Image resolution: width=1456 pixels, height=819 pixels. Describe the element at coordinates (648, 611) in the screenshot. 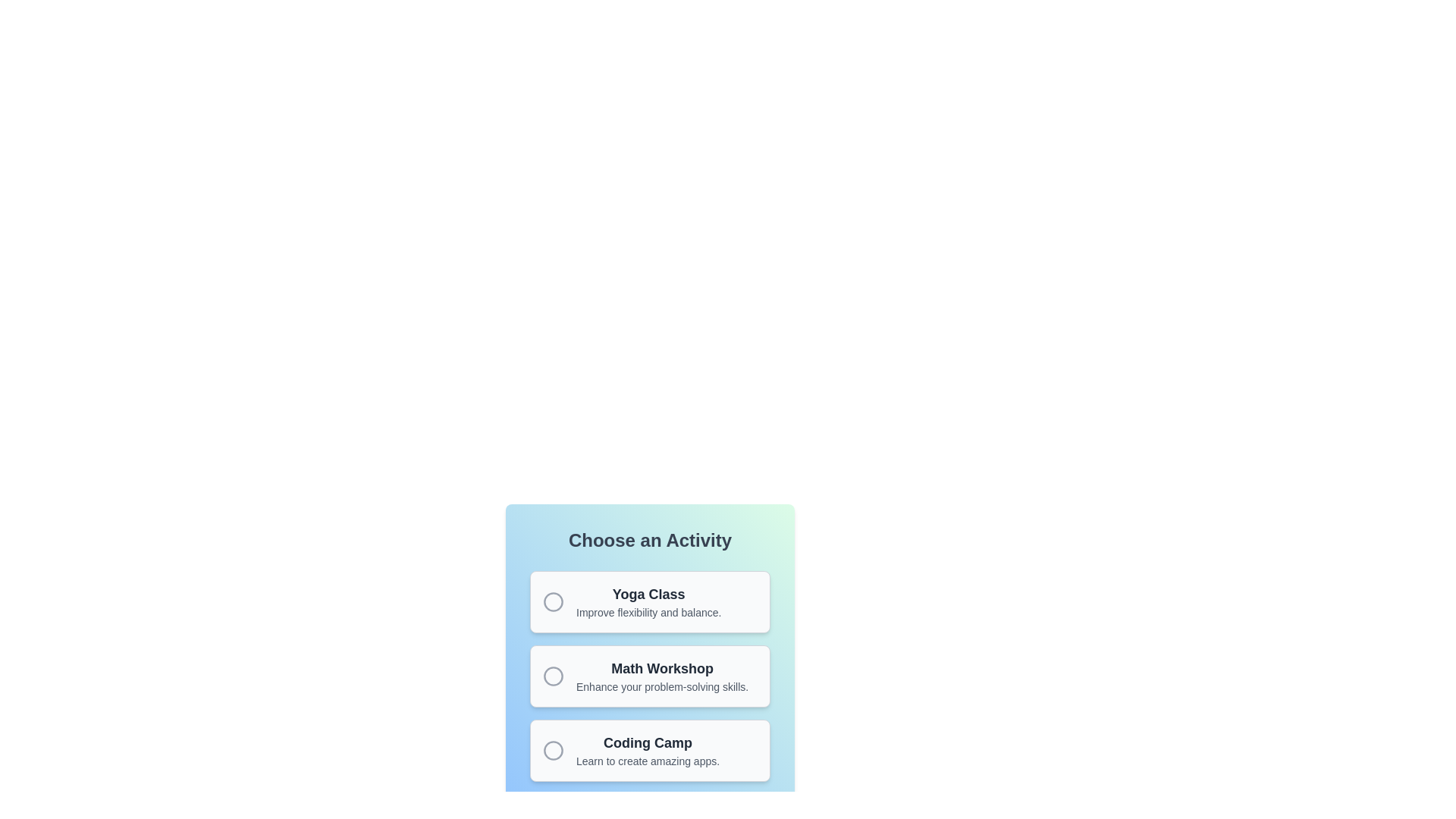

I see `the descriptive text label that elaborates on the 'Yoga Class' activity, which is positioned directly below the title 'Yoga Class' in the top part of the interface` at that location.